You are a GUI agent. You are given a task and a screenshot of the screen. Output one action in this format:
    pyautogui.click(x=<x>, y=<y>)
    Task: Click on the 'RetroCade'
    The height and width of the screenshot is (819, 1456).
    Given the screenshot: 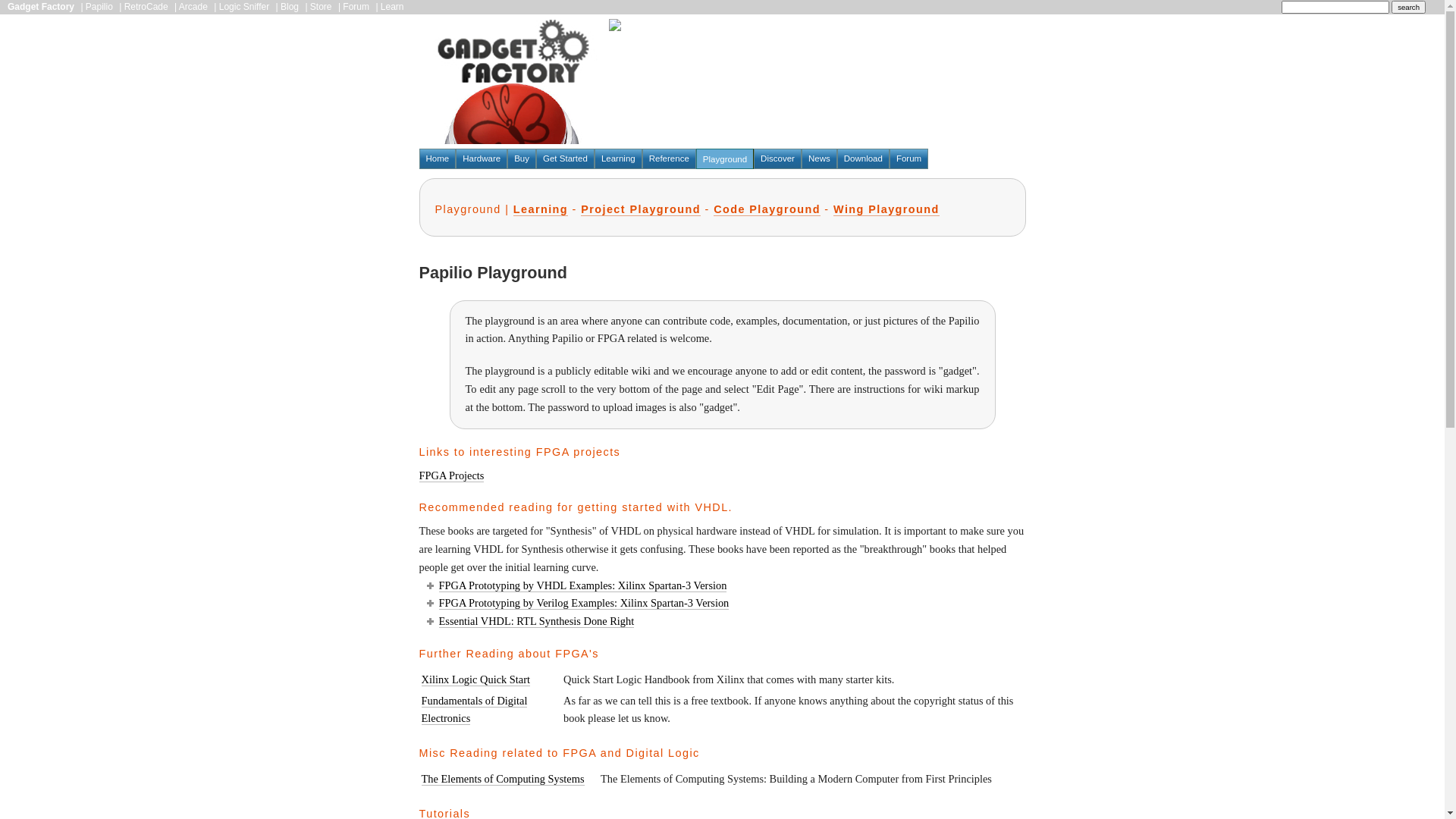 What is the action you would take?
    pyautogui.click(x=146, y=6)
    